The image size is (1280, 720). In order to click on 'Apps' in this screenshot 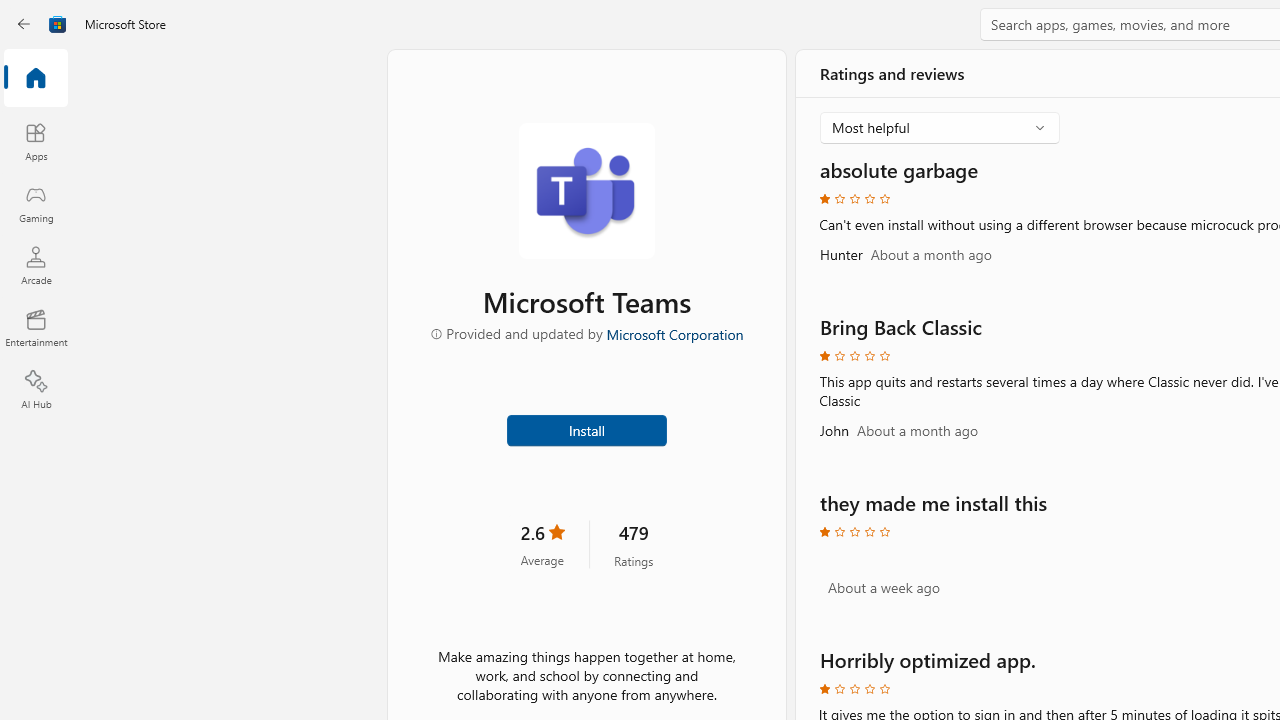, I will do `click(35, 140)`.